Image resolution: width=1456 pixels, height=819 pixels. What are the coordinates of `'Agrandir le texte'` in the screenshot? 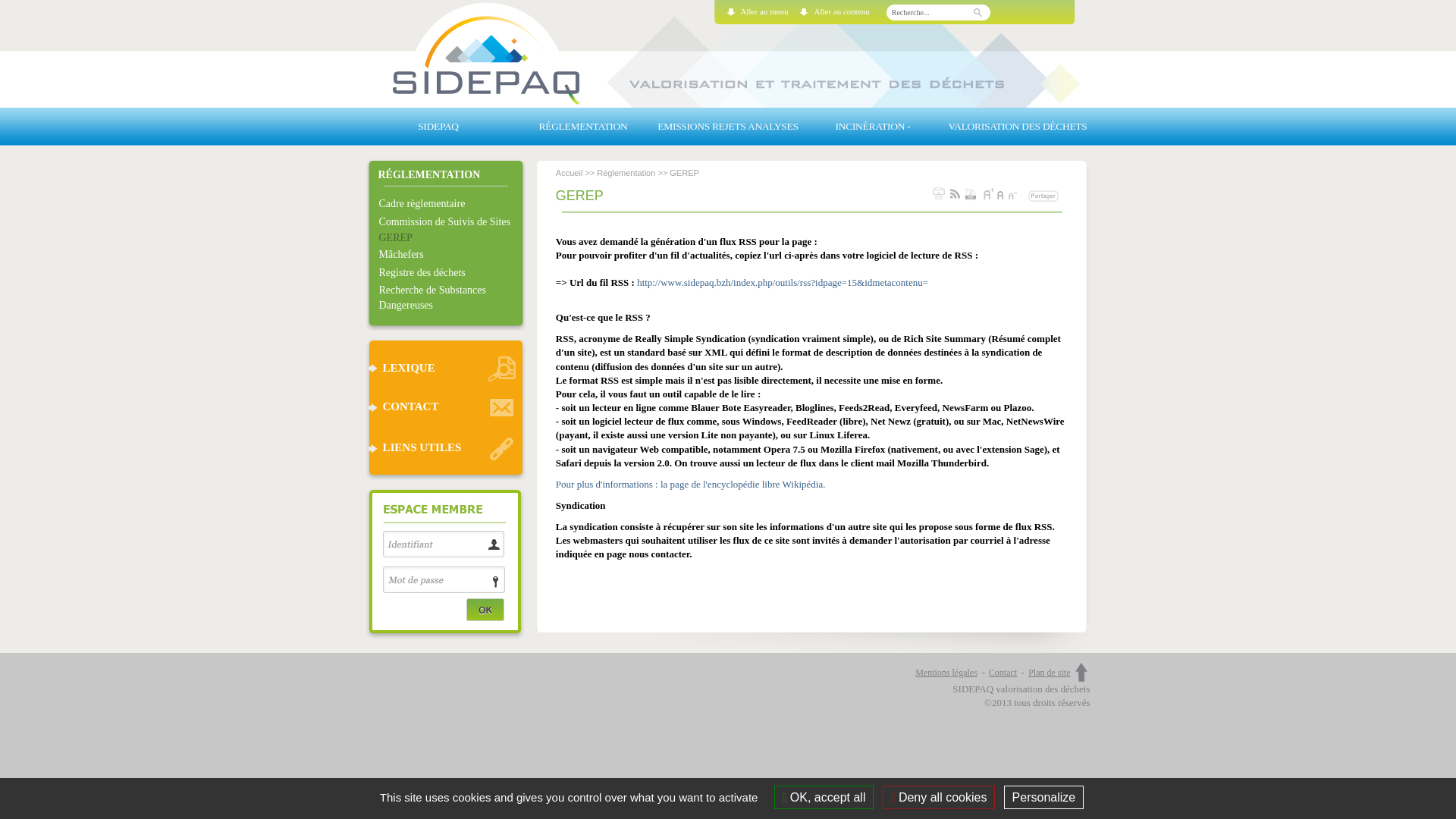 It's located at (989, 192).